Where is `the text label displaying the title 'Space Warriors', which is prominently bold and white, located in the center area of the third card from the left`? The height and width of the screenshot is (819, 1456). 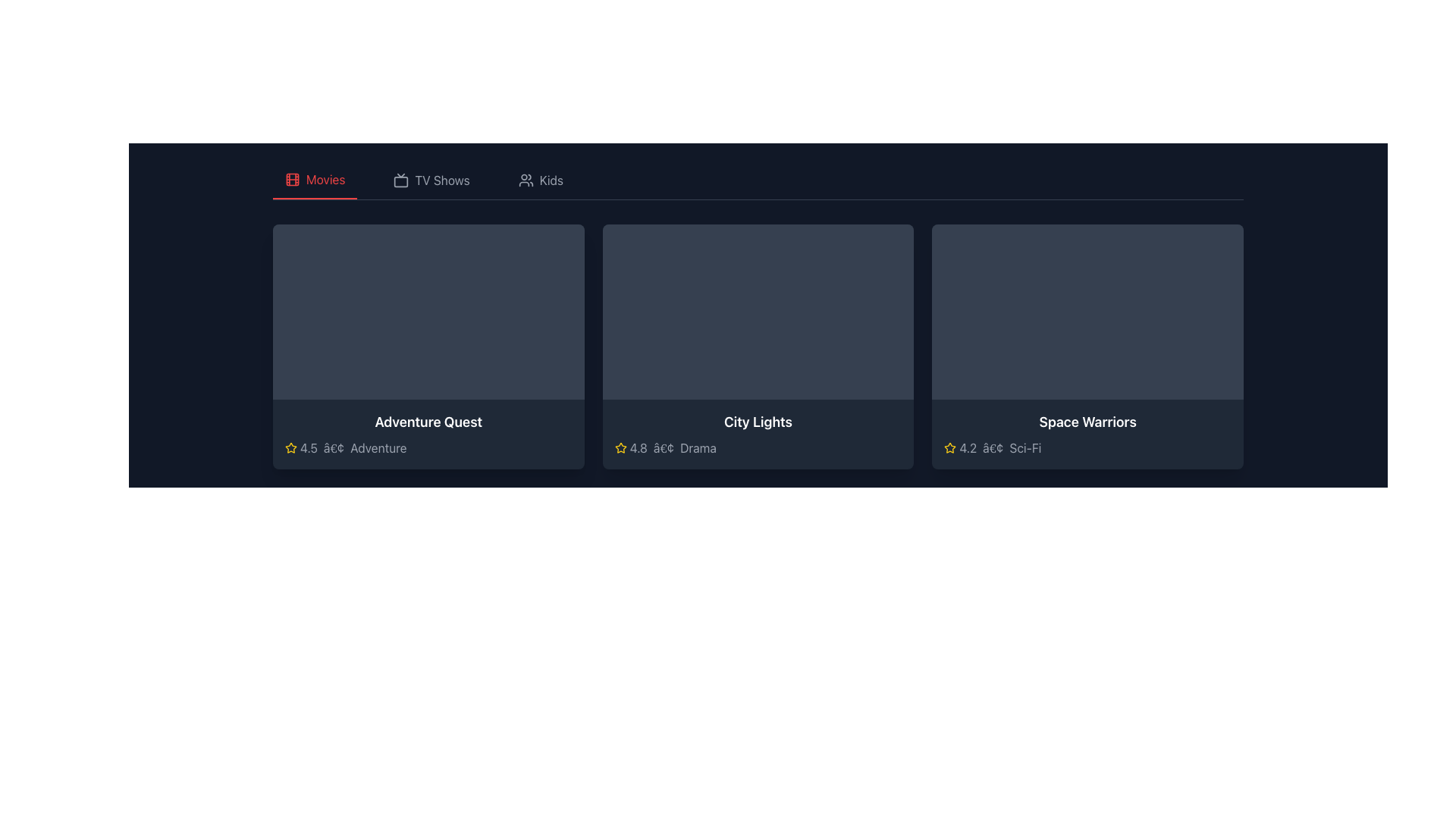
the text label displaying the title 'Space Warriors', which is prominently bold and white, located in the center area of the third card from the left is located at coordinates (1087, 422).